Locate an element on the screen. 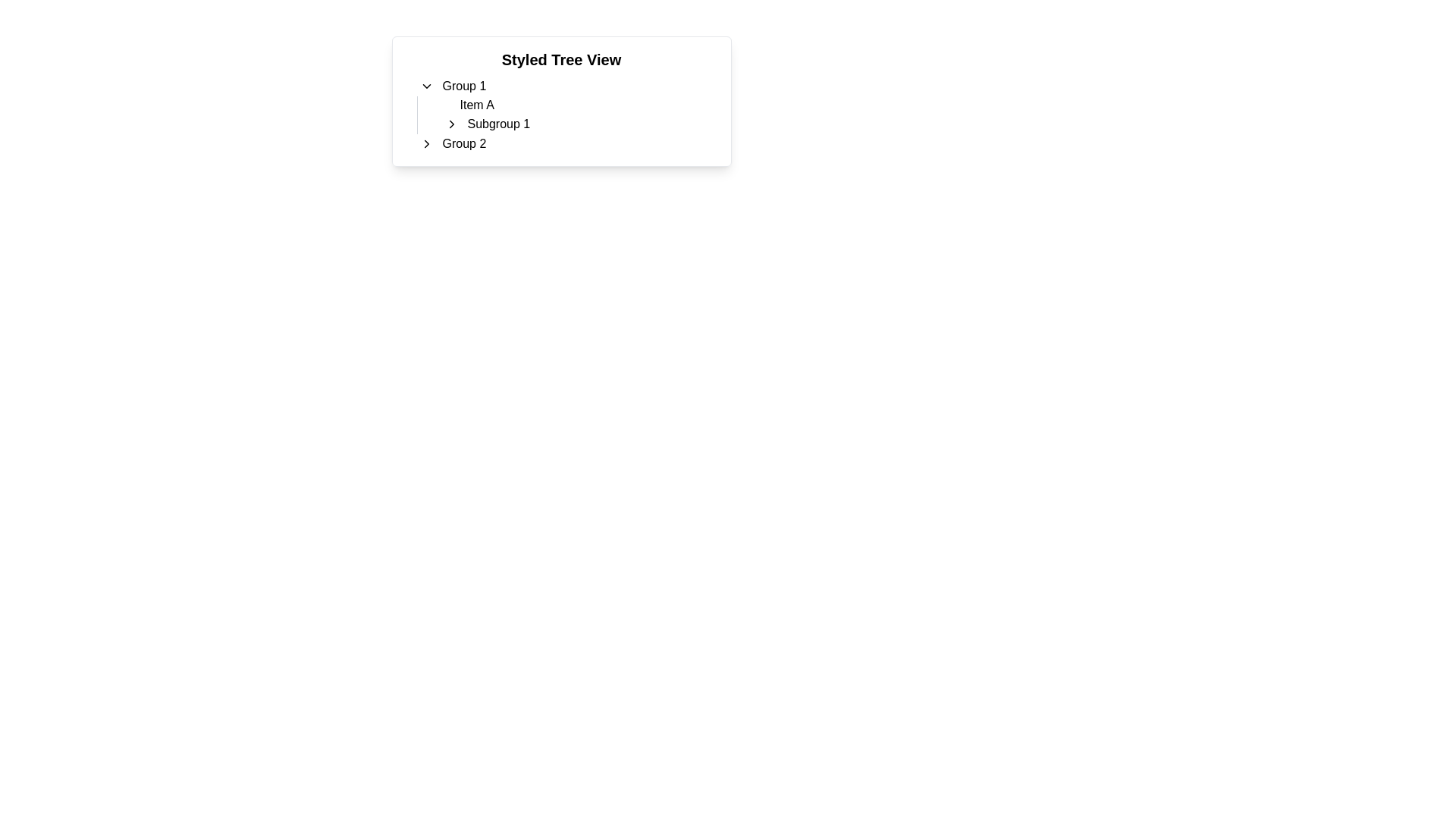 This screenshot has height=819, width=1456. the Icon button located next to the 'Subgroup 1' label under 'Item A' in 'Group 1' is located at coordinates (450, 124).